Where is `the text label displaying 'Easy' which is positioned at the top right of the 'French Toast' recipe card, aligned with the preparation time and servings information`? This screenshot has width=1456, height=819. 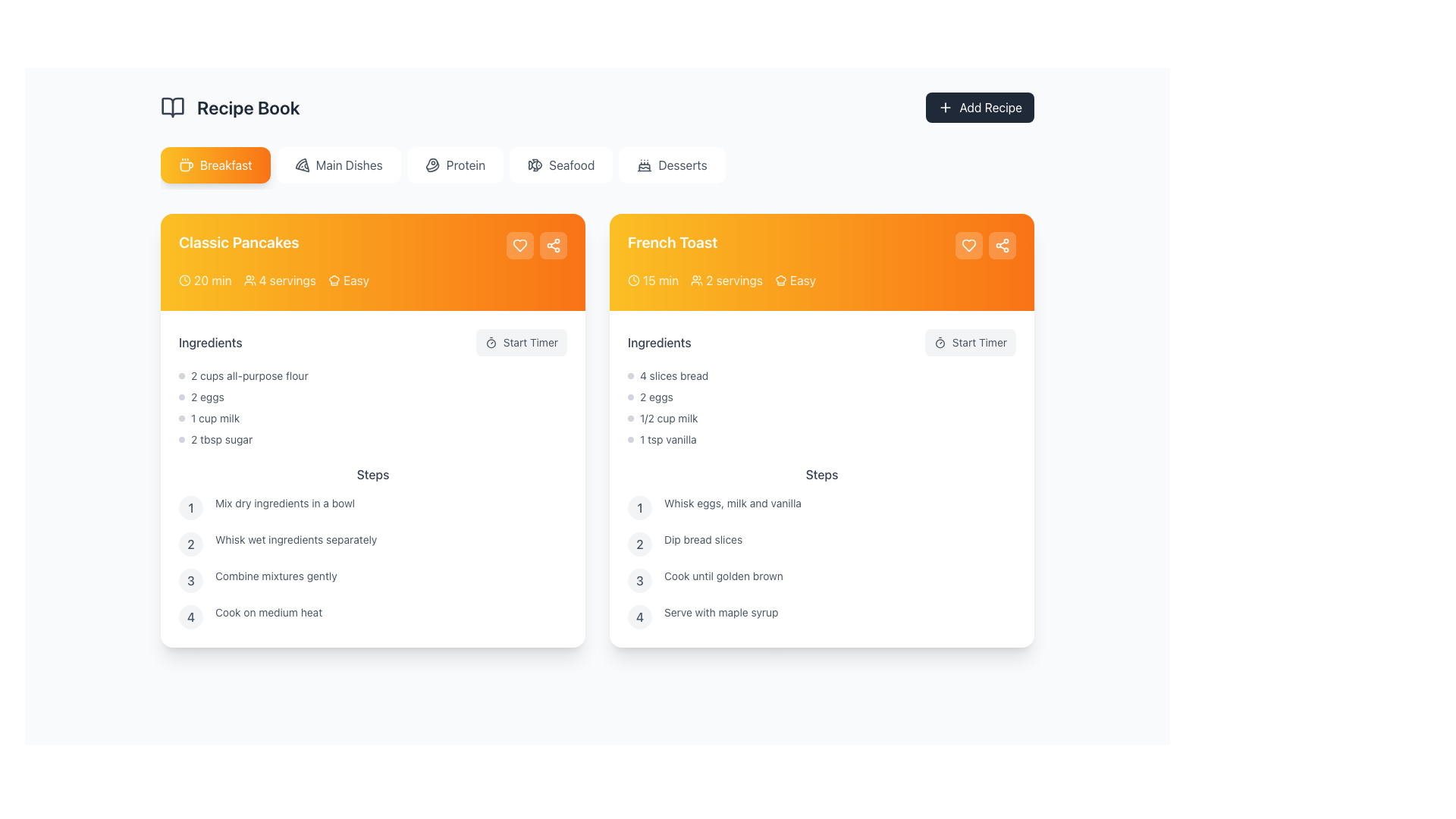
the text label displaying 'Easy' which is positioned at the top right of the 'French Toast' recipe card, aligned with the preparation time and servings information is located at coordinates (802, 281).